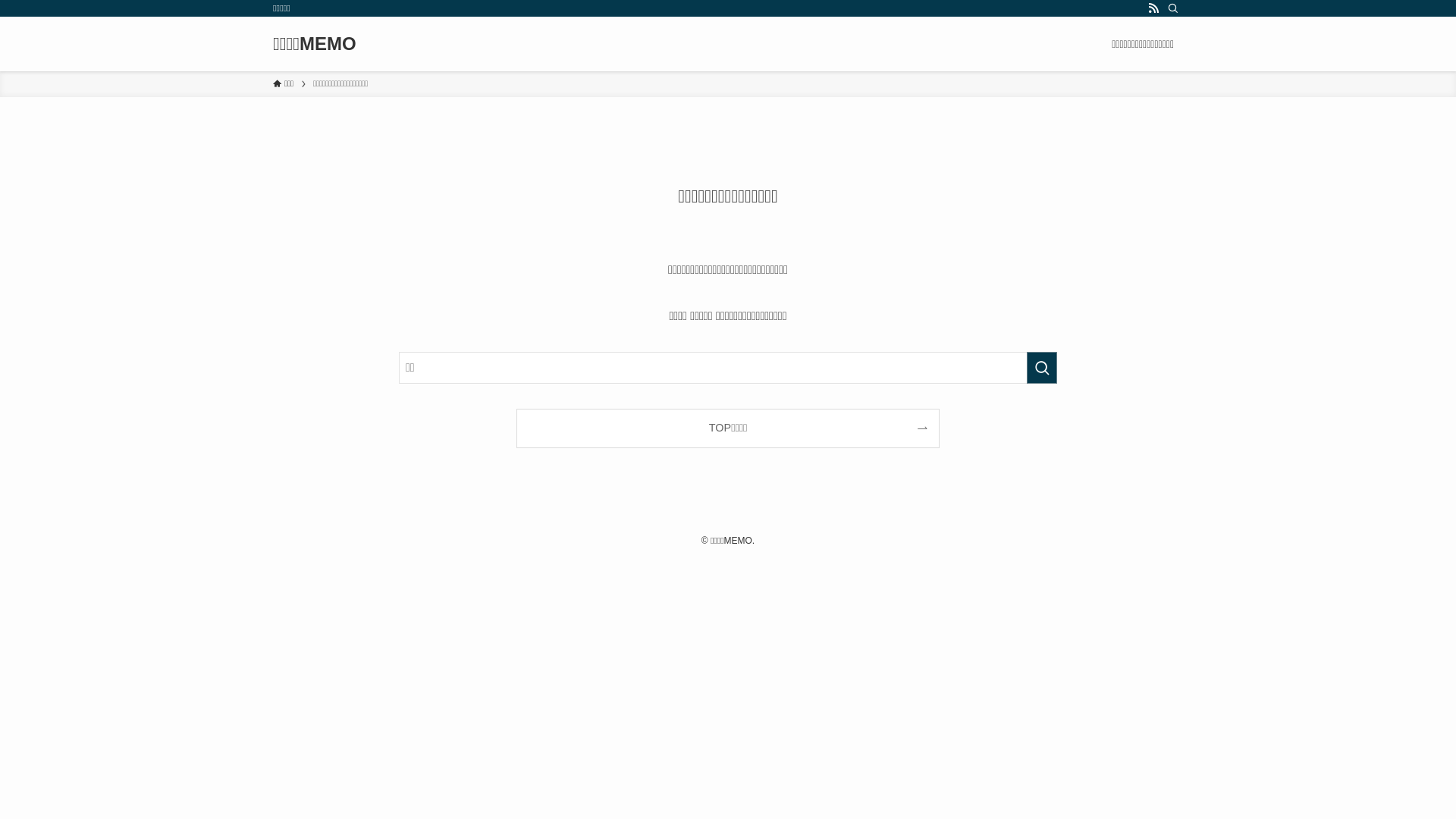 The image size is (1456, 819). Describe the element at coordinates (1040, 368) in the screenshot. I see `'search'` at that location.